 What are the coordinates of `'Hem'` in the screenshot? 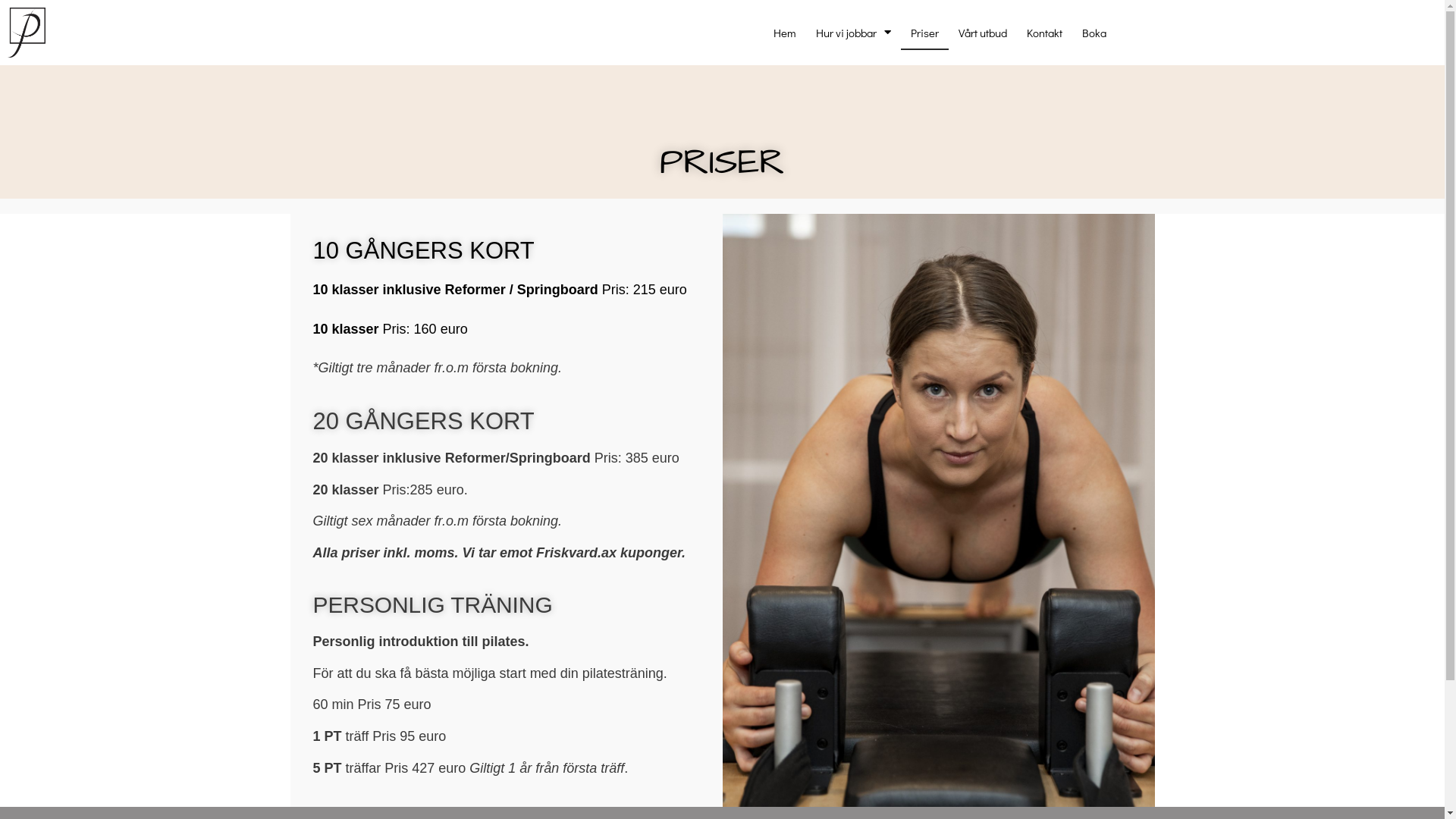 It's located at (785, 32).